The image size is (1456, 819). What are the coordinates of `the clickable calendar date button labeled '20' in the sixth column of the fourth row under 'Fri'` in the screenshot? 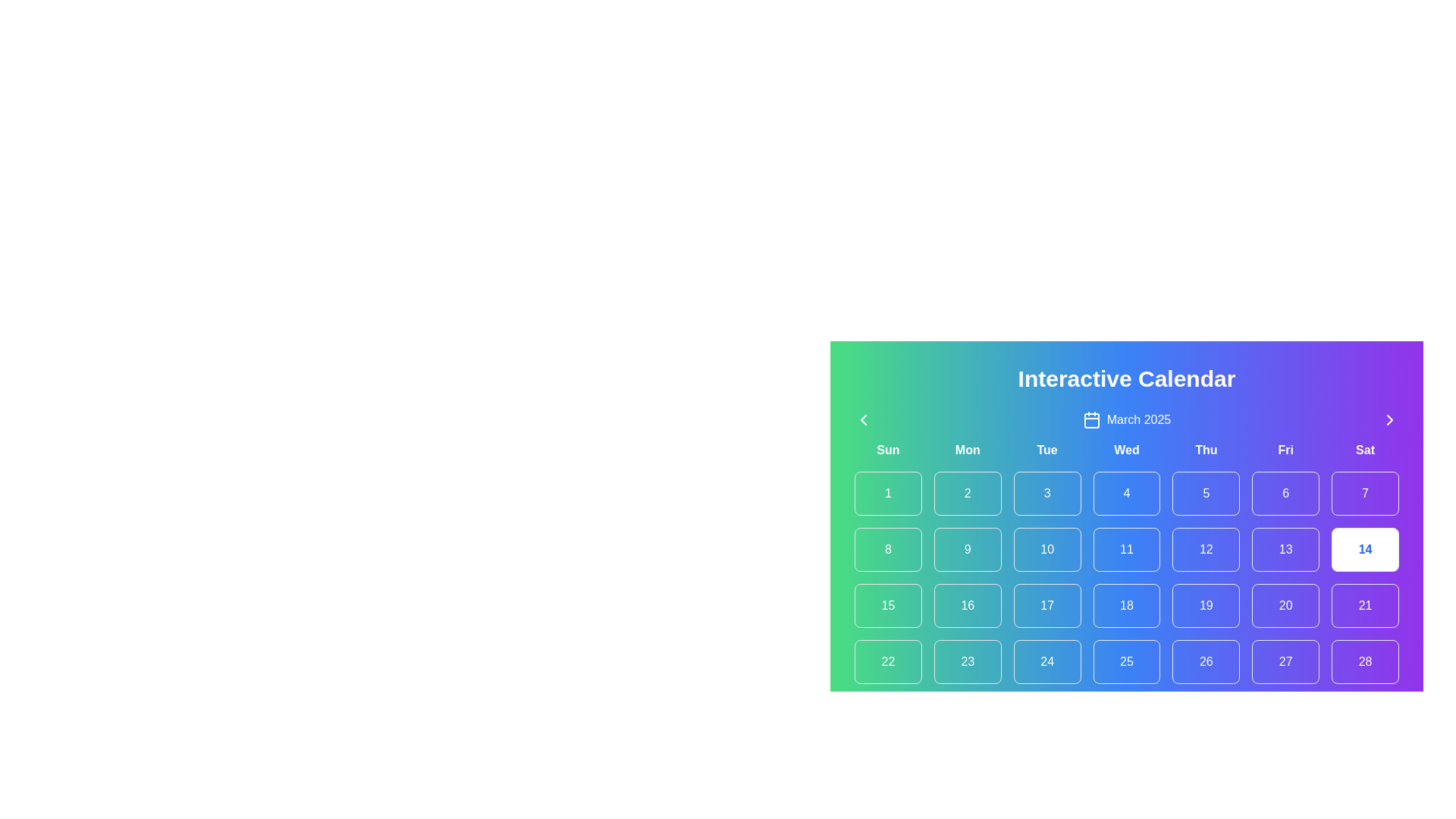 It's located at (1285, 604).